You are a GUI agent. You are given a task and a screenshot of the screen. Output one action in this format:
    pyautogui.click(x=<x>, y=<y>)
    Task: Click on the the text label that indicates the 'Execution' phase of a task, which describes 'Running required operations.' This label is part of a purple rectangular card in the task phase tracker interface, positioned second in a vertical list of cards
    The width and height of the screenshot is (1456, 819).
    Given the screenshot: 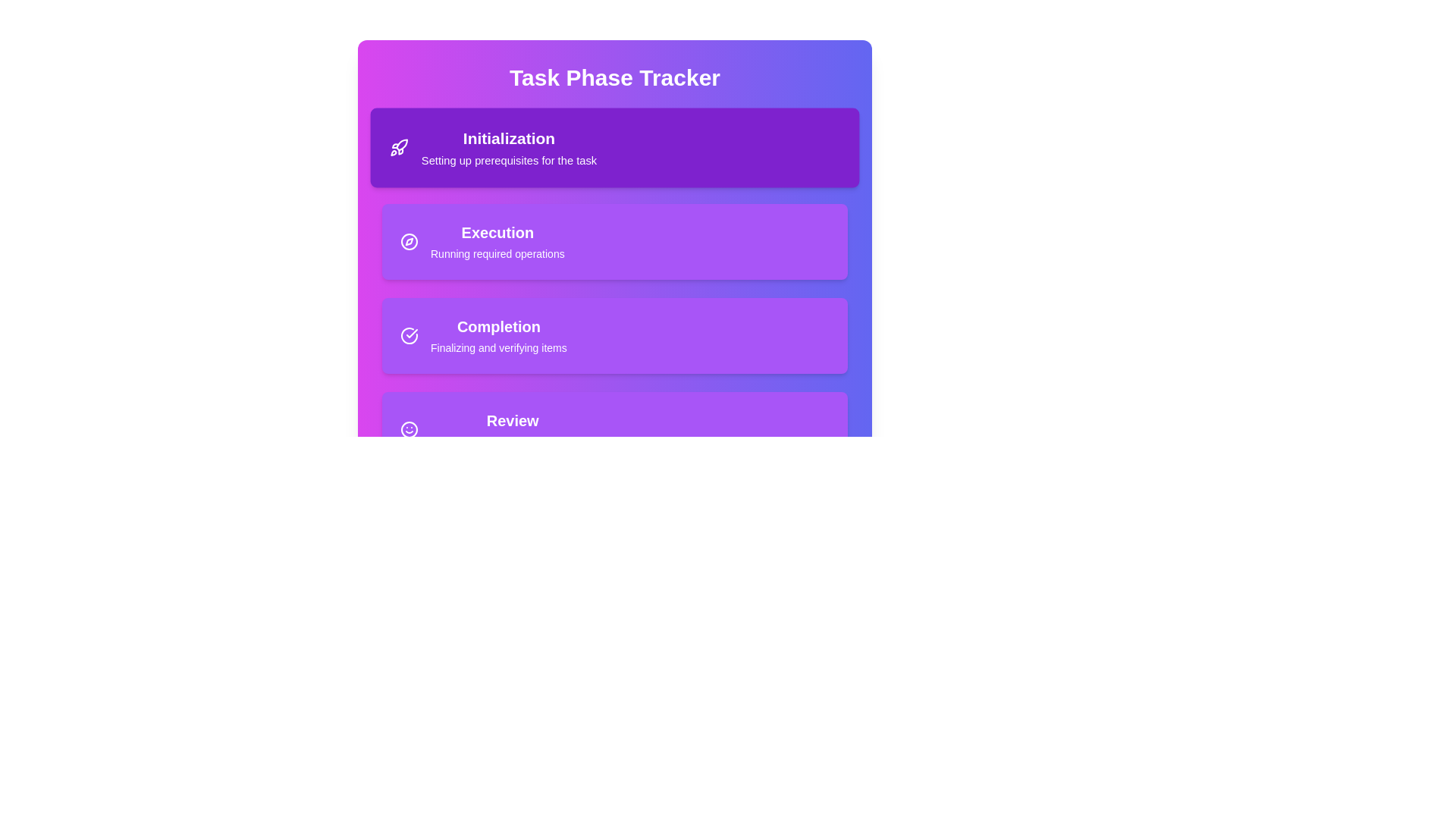 What is the action you would take?
    pyautogui.click(x=497, y=241)
    